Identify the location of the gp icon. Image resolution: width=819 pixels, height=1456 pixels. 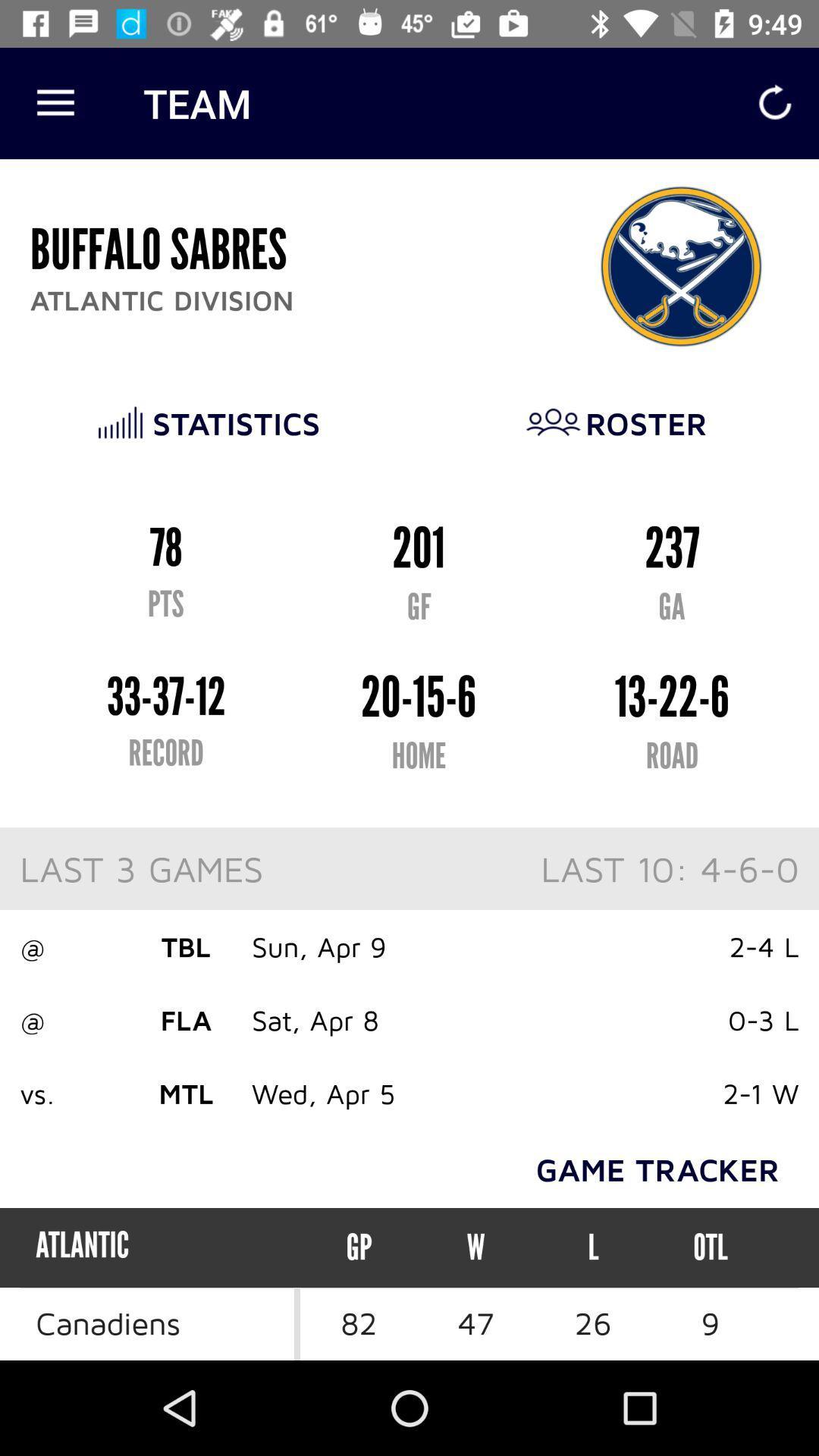
(359, 1247).